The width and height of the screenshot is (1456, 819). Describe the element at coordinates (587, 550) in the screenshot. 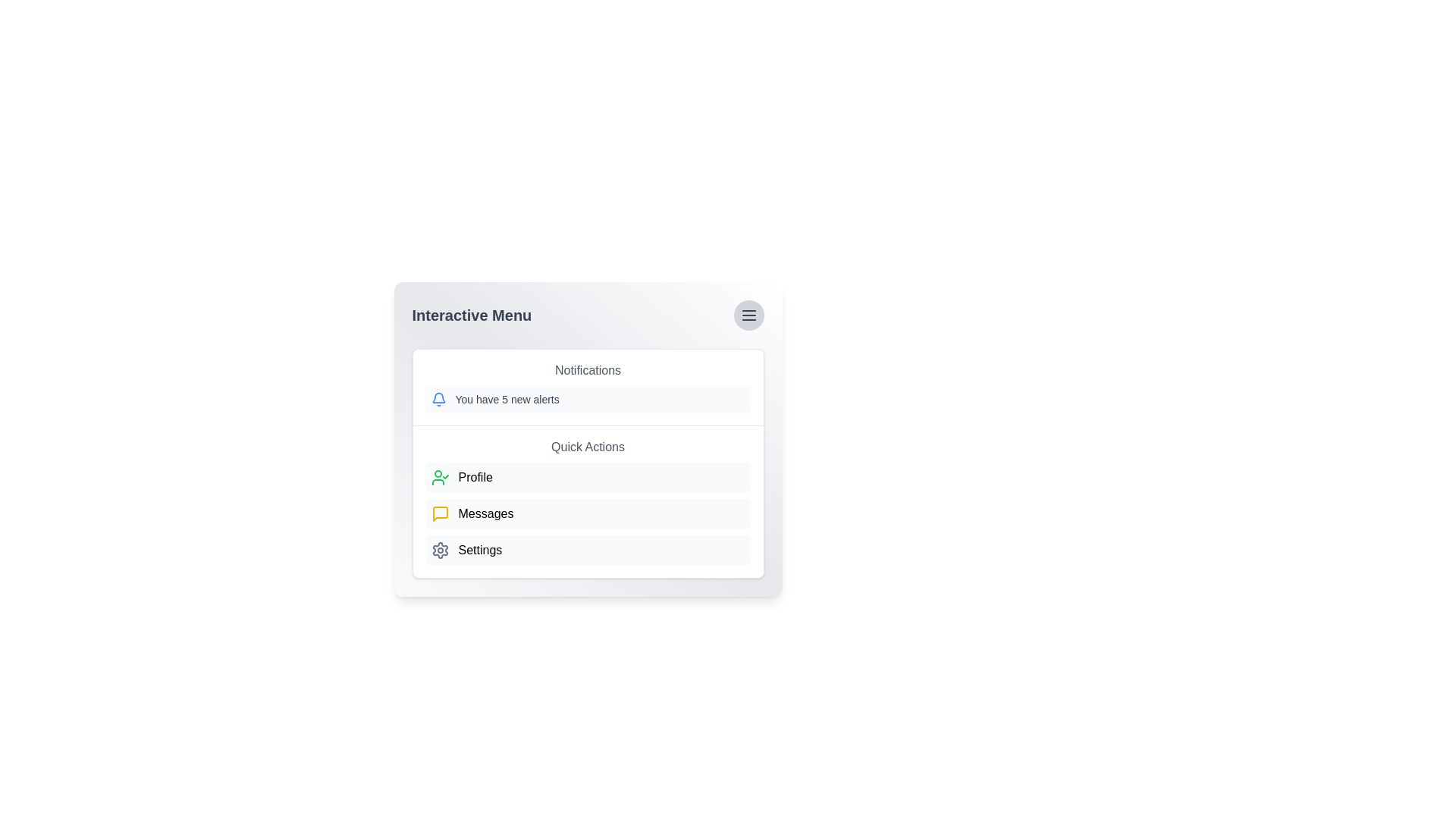

I see `the 'Settings' button in the interactive menu` at that location.